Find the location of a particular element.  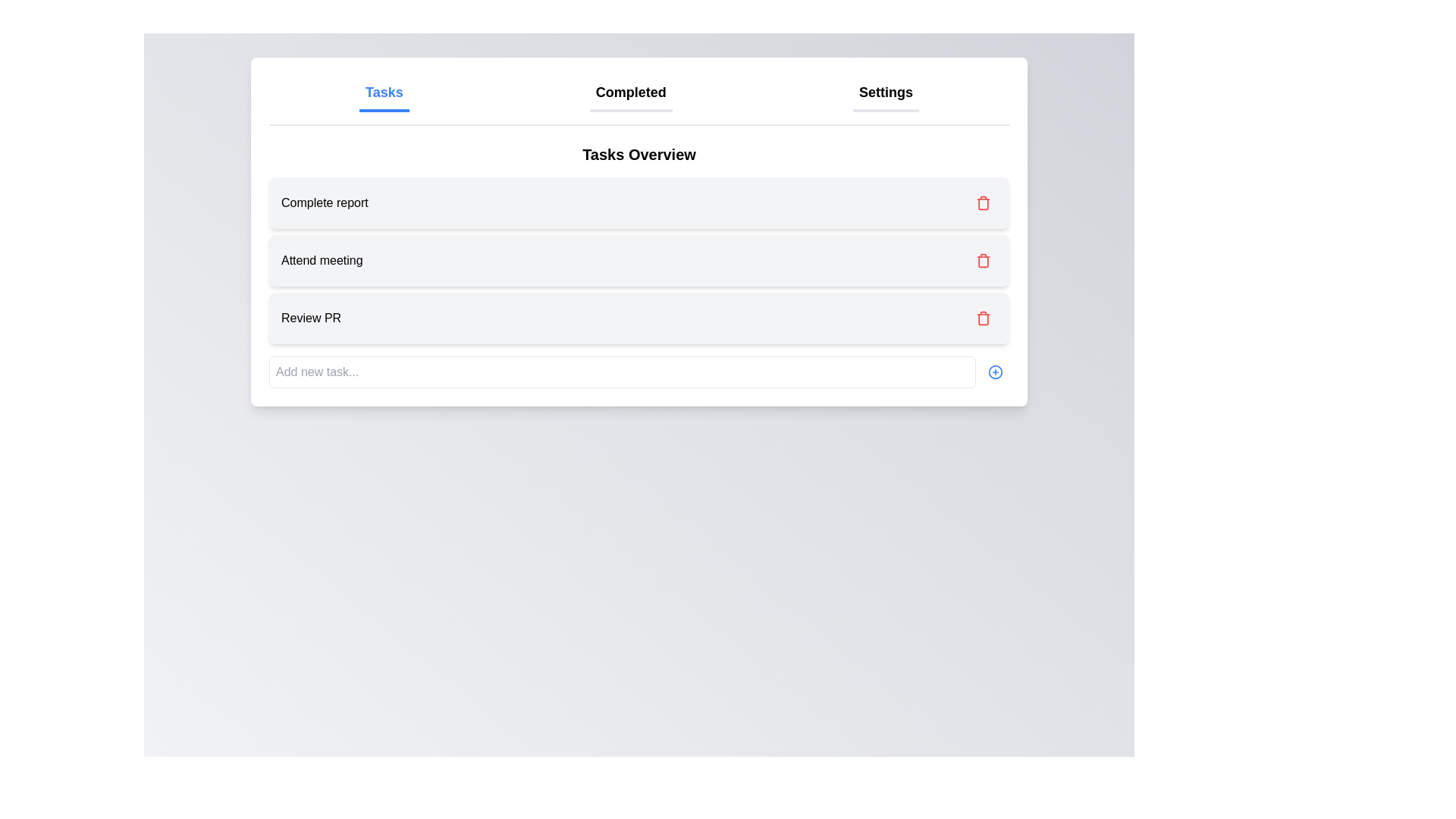

the red trash can icon in the bottom right corner of the 'Review PR' task card to receive visual feedback is located at coordinates (983, 318).